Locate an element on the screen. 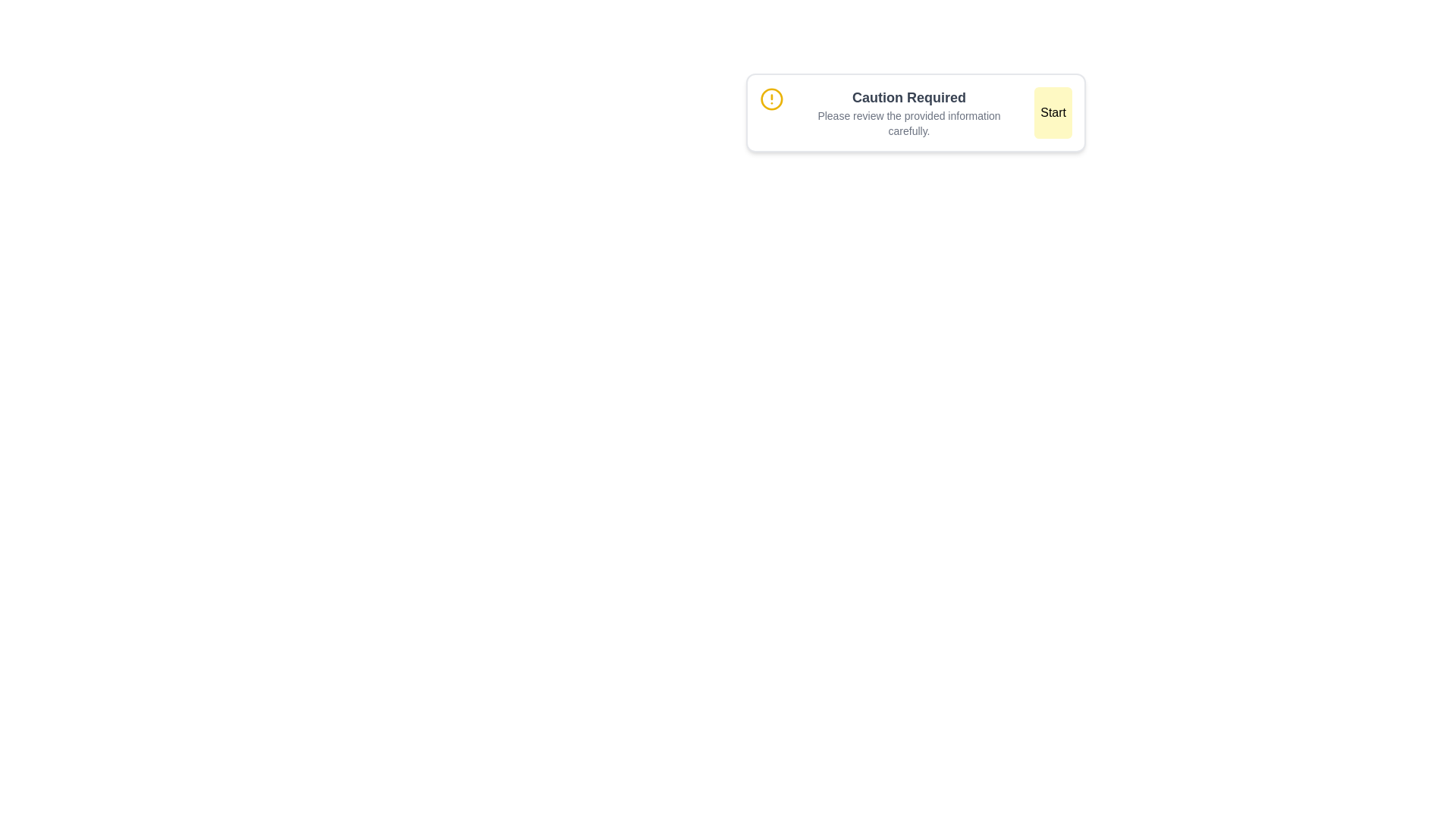 The width and height of the screenshot is (1456, 819). the yellow circular alert icon with a red core located at the upper-left corner of the notification box is located at coordinates (771, 99).